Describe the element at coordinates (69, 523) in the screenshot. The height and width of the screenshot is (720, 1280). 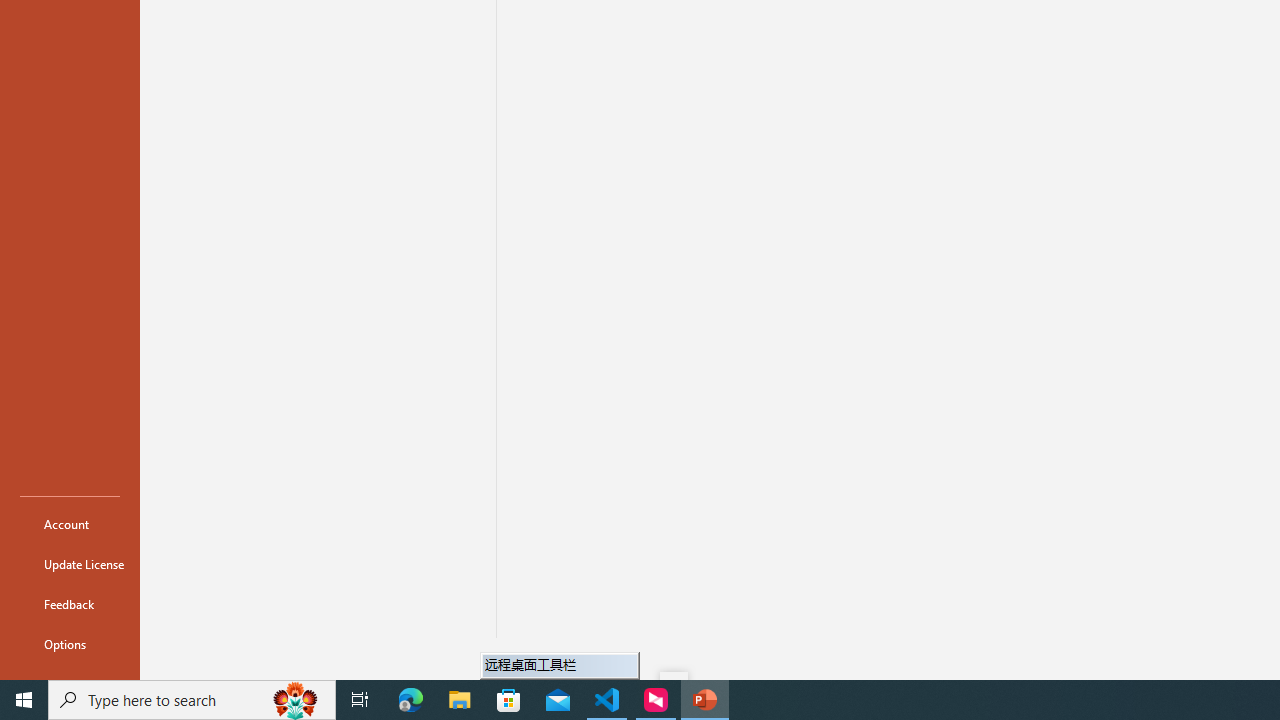
I see `'Account'` at that location.